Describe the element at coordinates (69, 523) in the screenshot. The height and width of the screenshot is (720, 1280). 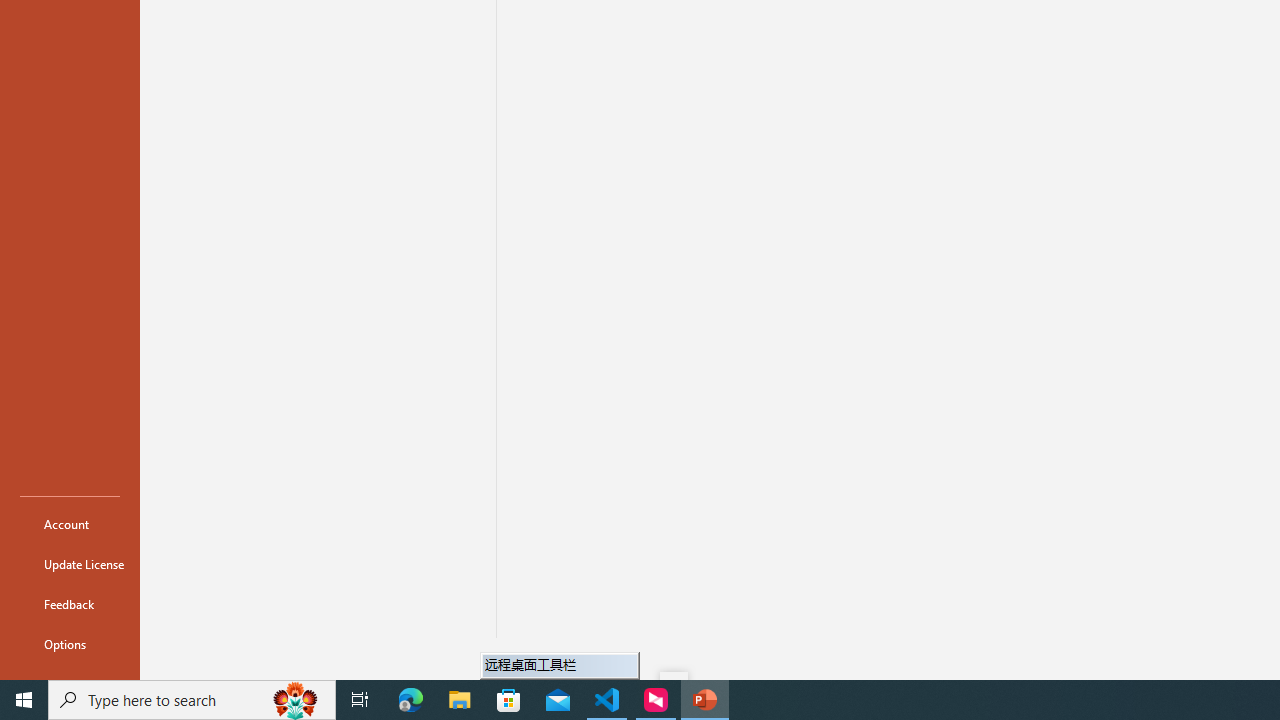
I see `'Account'` at that location.